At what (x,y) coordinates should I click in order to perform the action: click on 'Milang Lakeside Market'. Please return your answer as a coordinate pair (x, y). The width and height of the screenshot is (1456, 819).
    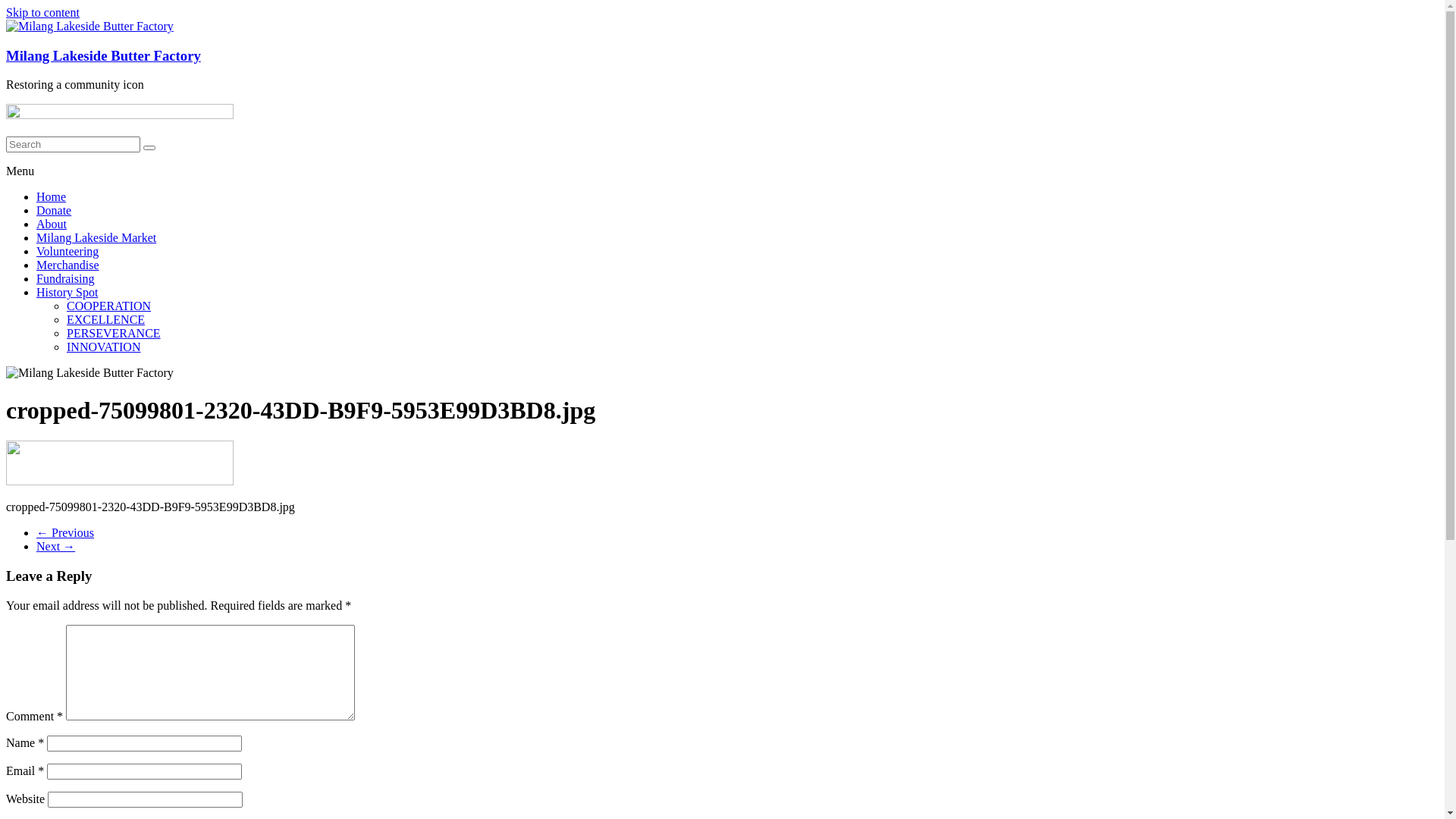
    Looking at the image, I should click on (36, 237).